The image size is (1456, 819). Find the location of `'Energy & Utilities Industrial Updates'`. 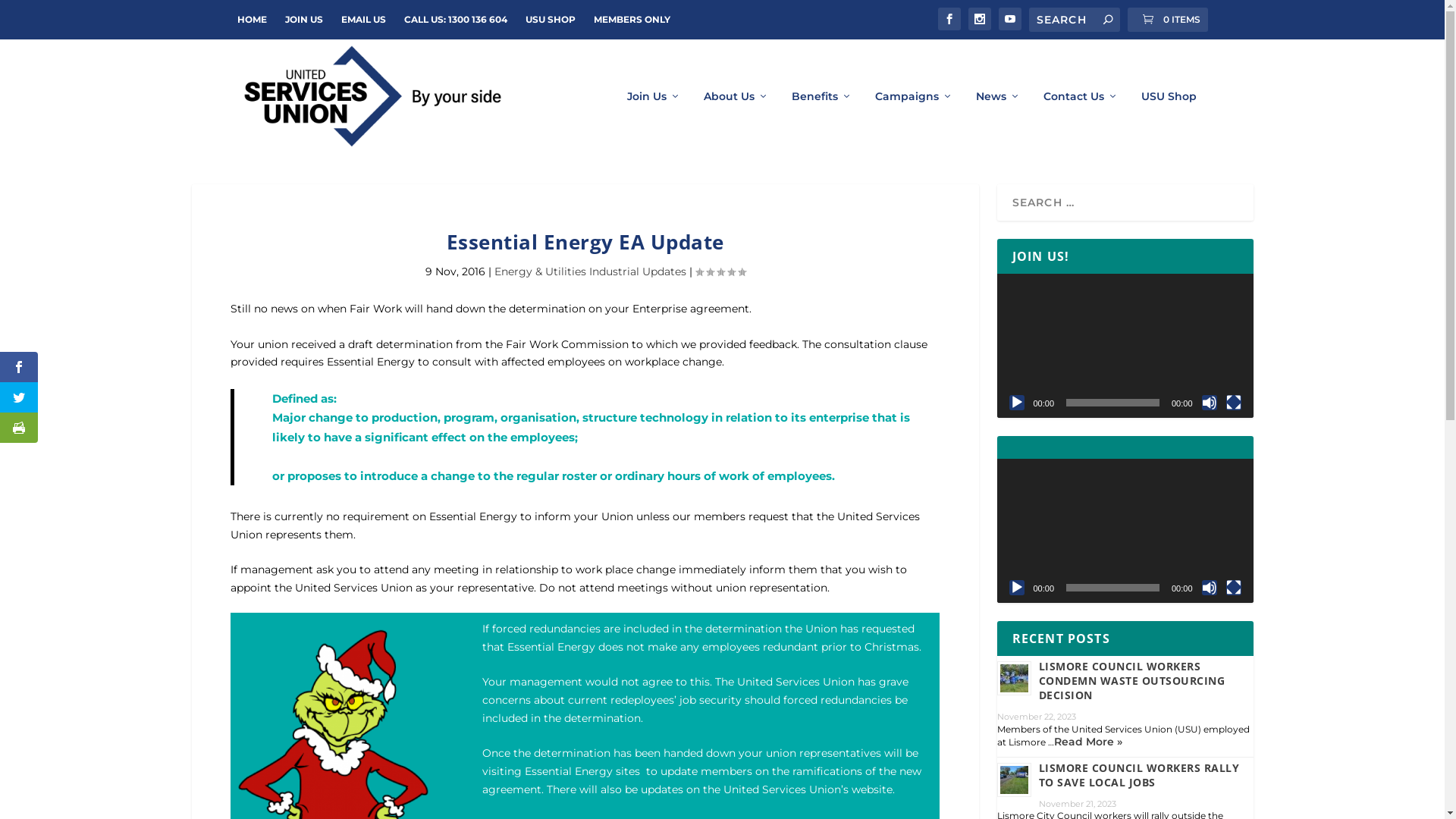

'Energy & Utilities Industrial Updates' is located at coordinates (589, 271).